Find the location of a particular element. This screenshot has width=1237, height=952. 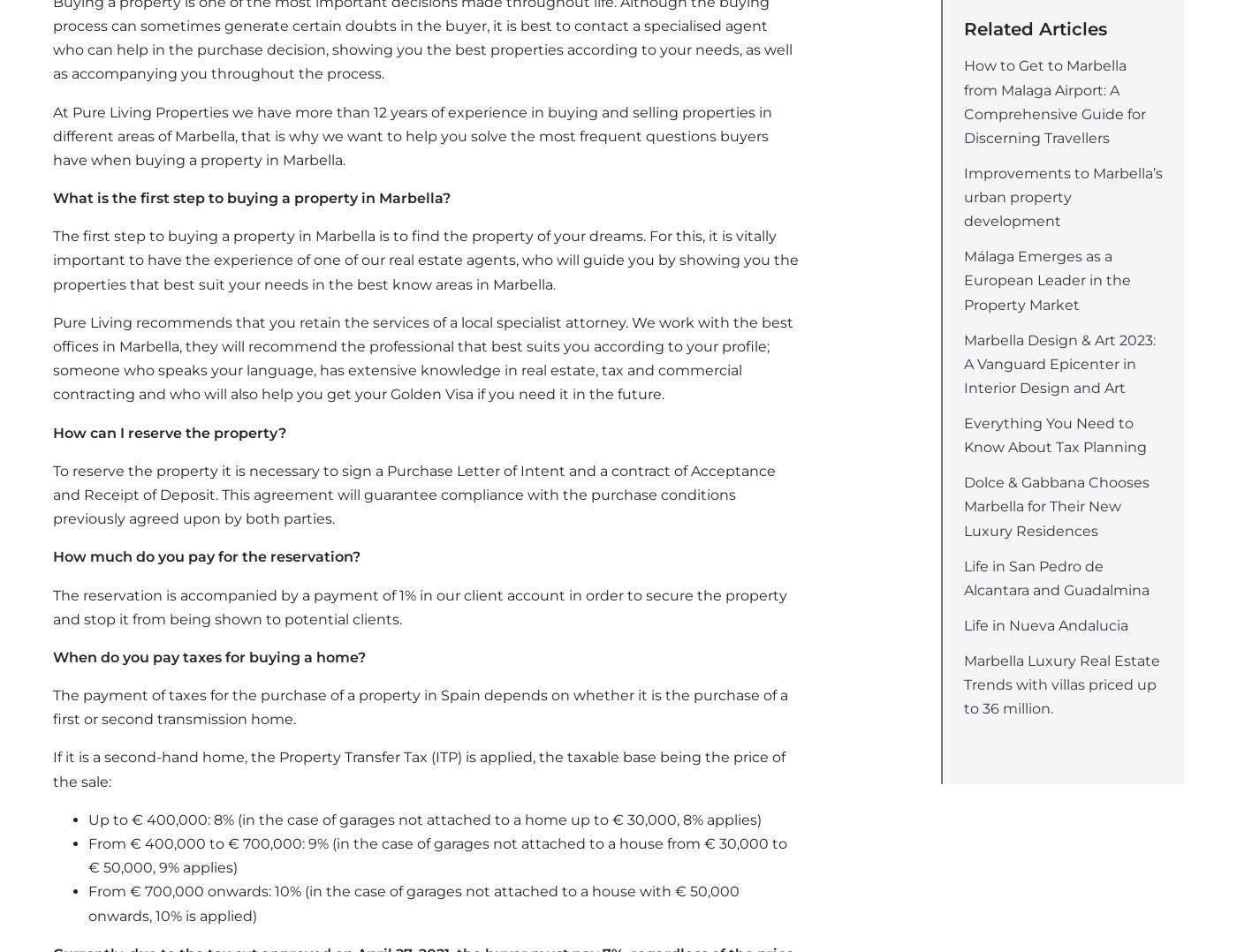

'The reservation is accompanied by a payment of 1% in our client account in order to secure the property and stop it from being shown to potential clients.' is located at coordinates (53, 607).